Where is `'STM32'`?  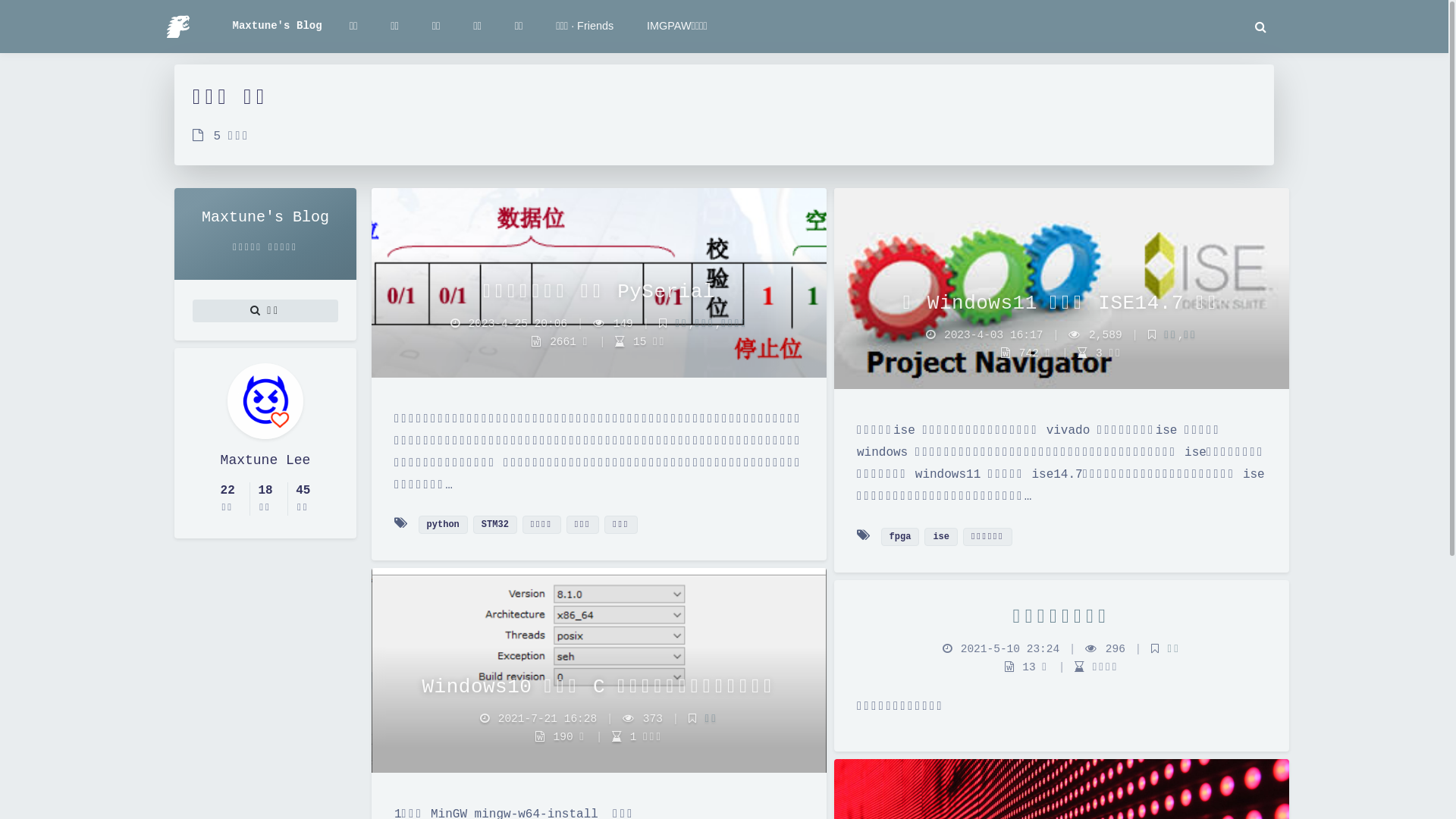
'STM32' is located at coordinates (472, 523).